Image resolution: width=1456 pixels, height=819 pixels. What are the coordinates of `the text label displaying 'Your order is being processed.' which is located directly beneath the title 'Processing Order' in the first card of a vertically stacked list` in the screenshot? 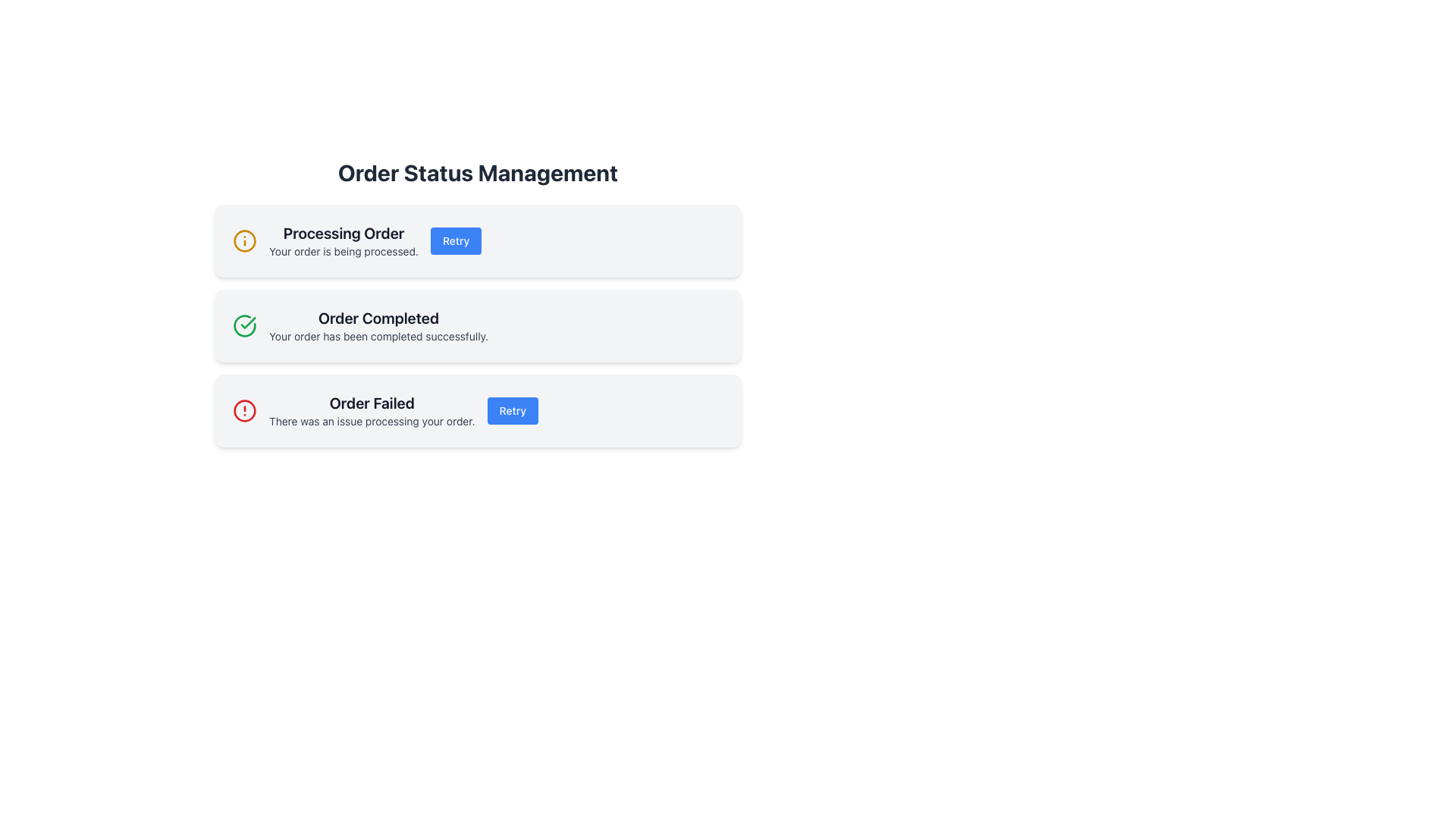 It's located at (343, 250).